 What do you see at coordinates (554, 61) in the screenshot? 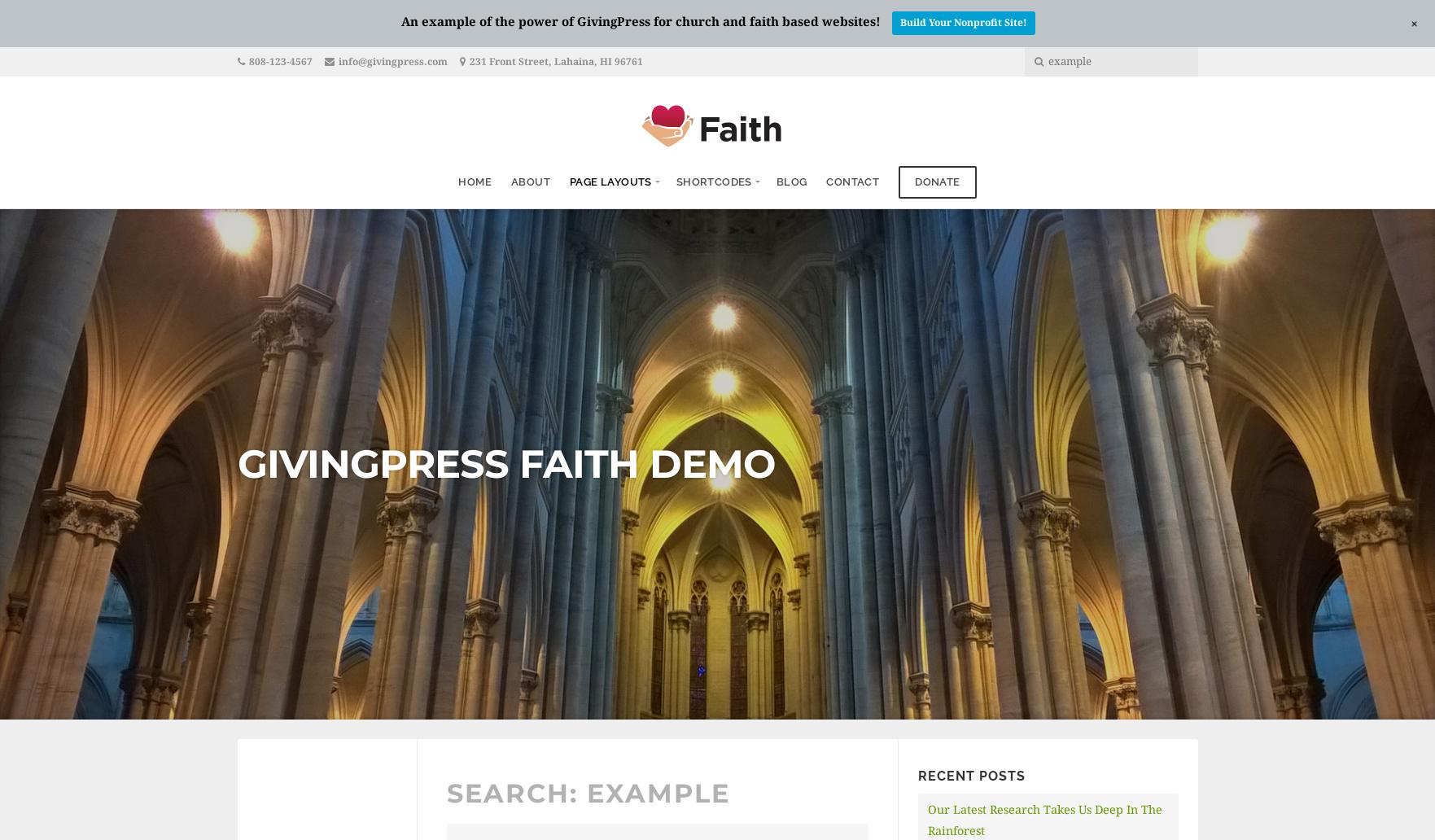
I see `'231 Front Street, Lahaina, HI 96761'` at bounding box center [554, 61].